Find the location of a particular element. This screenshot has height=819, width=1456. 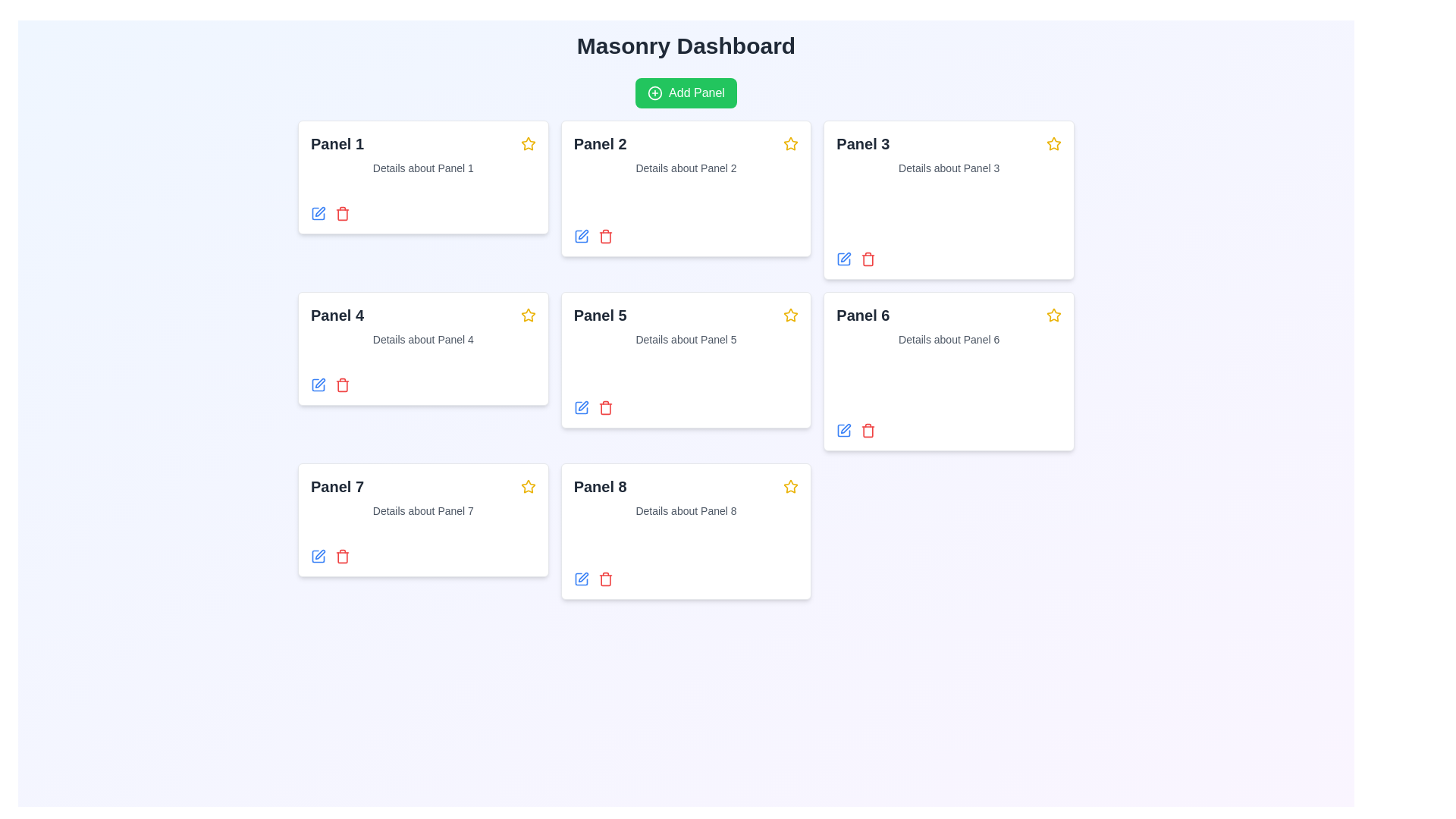

the red trash bin icon located beneath the label 'Panel 3' is located at coordinates (868, 259).